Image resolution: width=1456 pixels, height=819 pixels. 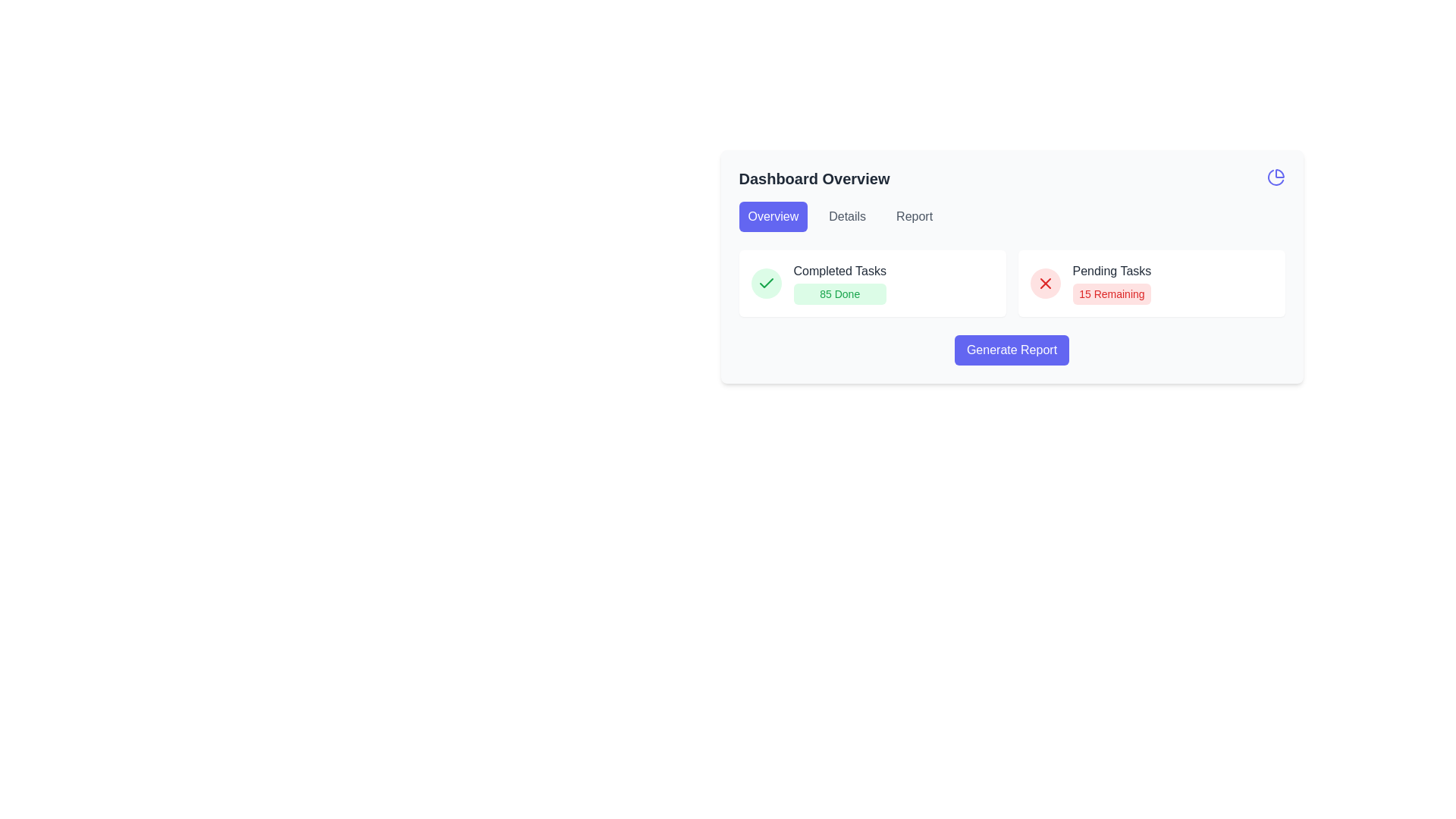 What do you see at coordinates (846, 216) in the screenshot?
I see `the button located under the 'Dashboard Overview' heading, positioned between the 'Overview' and 'Report' buttons` at bounding box center [846, 216].